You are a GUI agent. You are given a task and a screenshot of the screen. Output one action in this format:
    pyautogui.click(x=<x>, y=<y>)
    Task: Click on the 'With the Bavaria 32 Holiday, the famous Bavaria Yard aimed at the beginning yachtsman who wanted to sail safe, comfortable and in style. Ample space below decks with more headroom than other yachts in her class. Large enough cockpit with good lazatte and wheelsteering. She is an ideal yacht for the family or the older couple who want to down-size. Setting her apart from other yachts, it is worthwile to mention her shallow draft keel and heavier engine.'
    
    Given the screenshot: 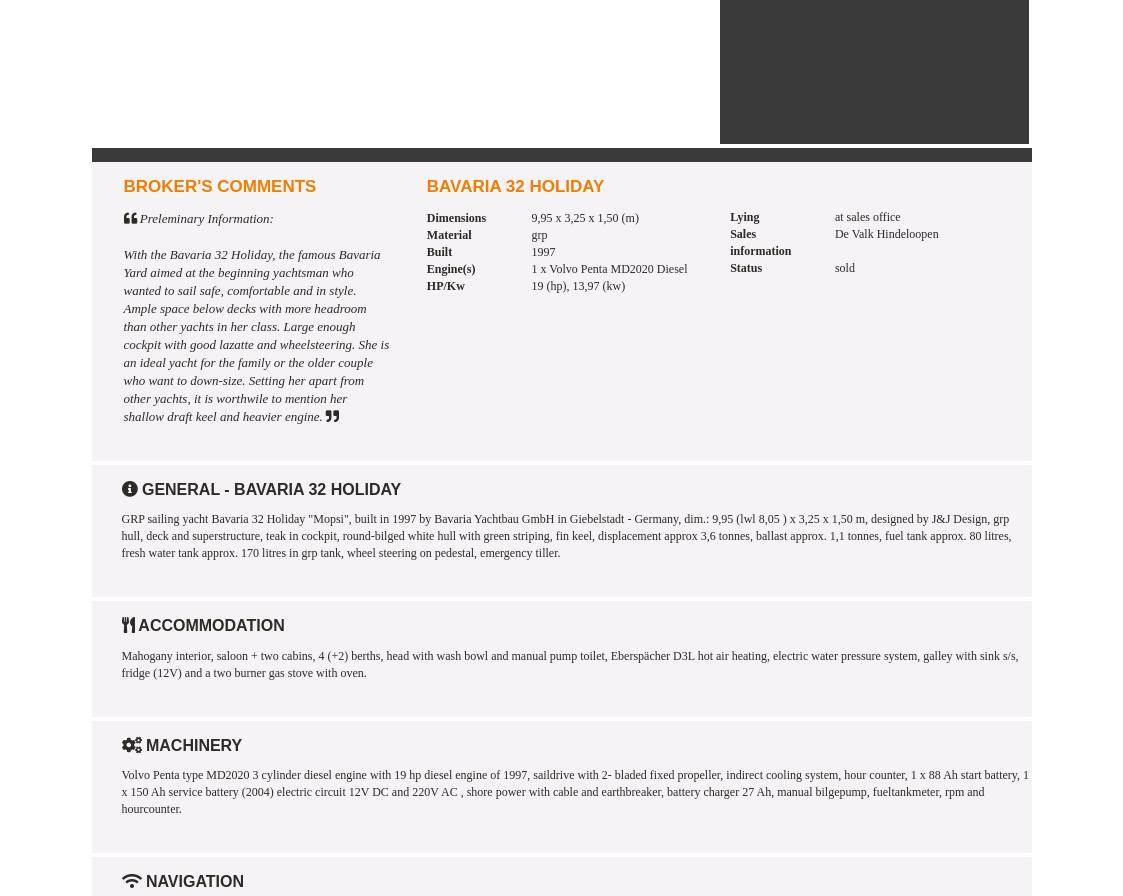 What is the action you would take?
    pyautogui.click(x=256, y=334)
    